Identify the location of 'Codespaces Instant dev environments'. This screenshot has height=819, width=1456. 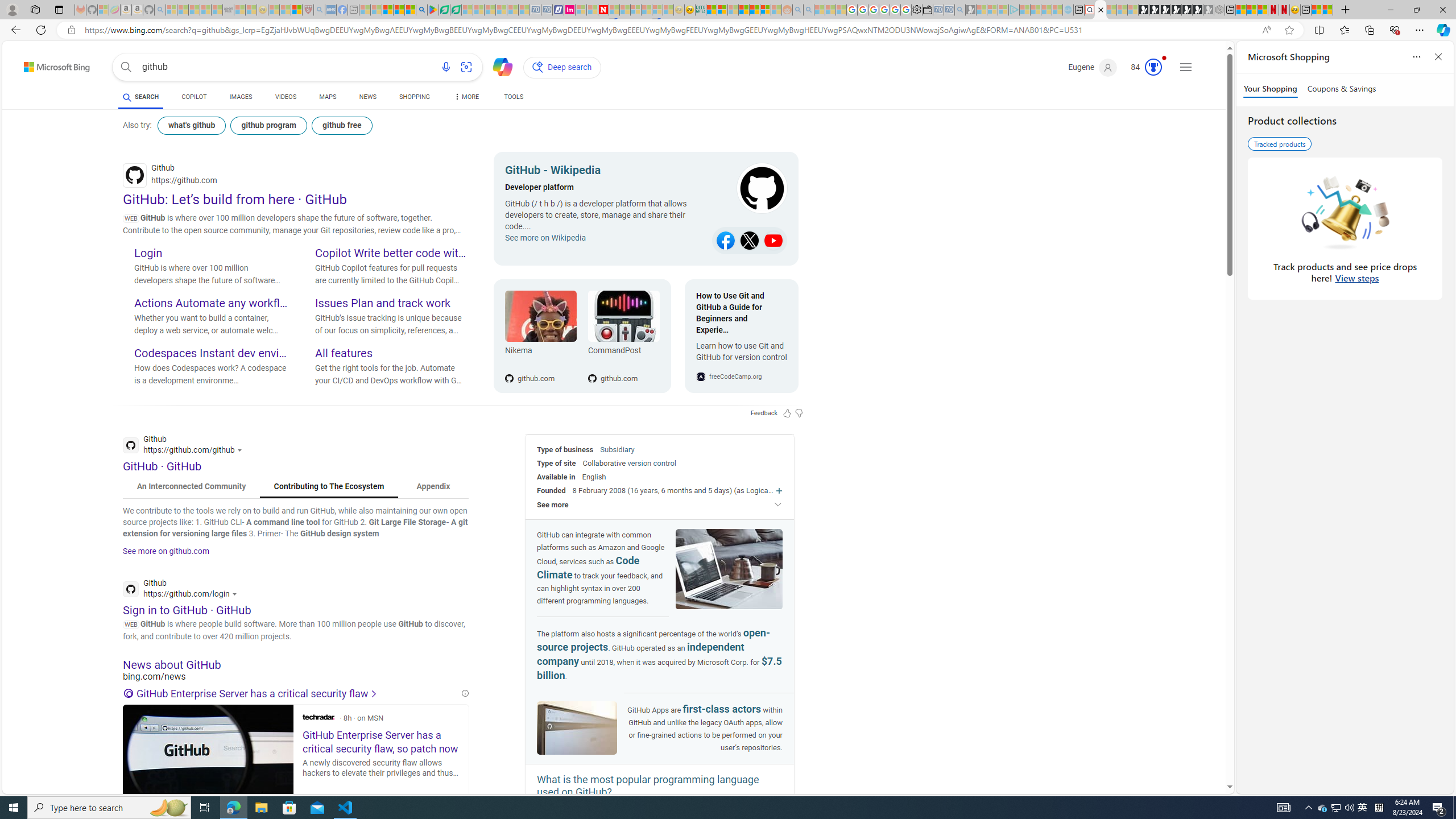
(210, 353).